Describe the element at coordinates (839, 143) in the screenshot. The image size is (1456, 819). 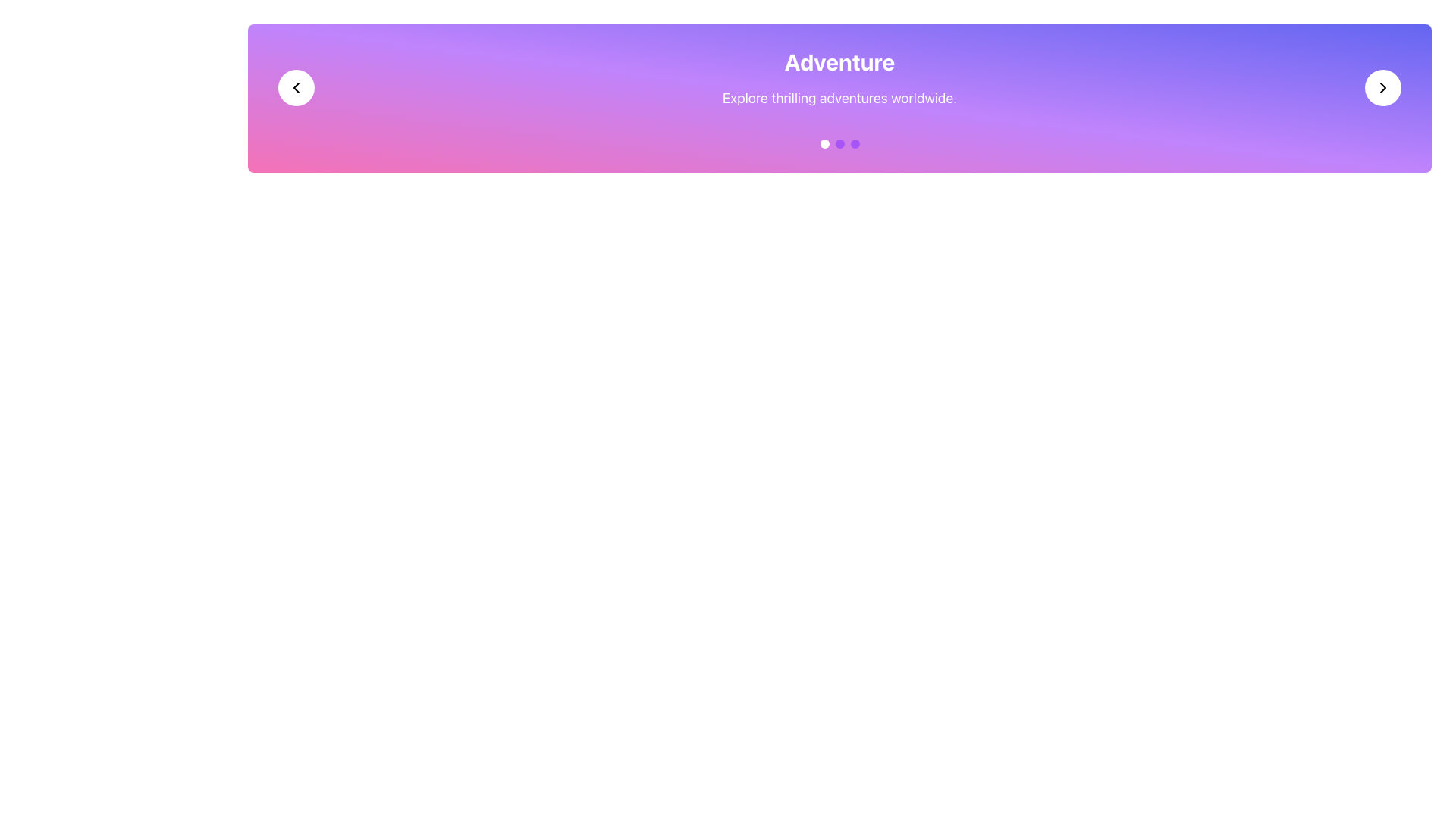
I see `the Pagination Indicator located at the bottom center of the 'Adventure' section` at that location.